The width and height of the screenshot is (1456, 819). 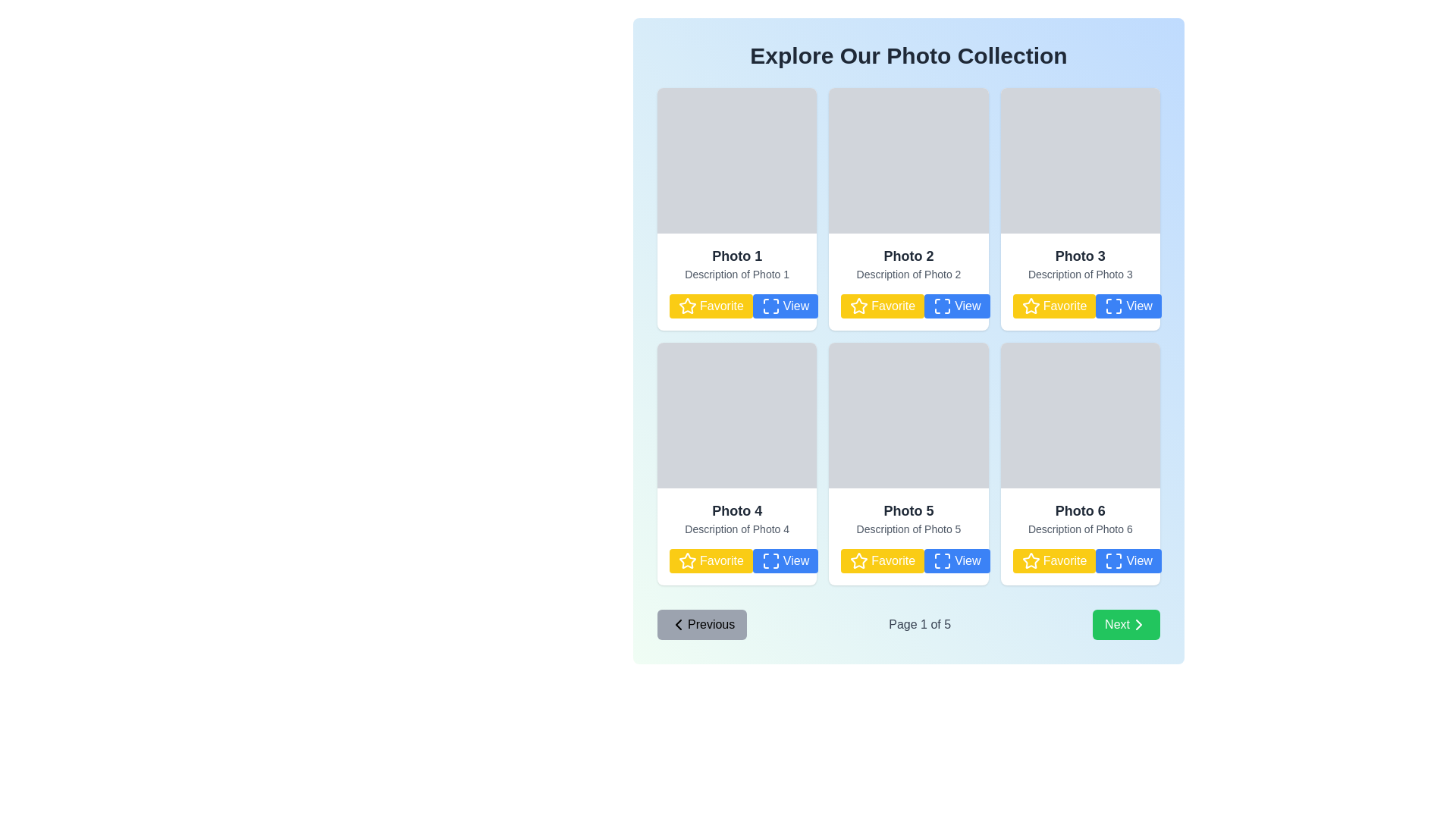 What do you see at coordinates (908, 529) in the screenshot?
I see `the static text label providing details about 'Photo 5', which is located directly below the title 'Photo 5' in the bottom row, middle column of the photo collection grid` at bounding box center [908, 529].